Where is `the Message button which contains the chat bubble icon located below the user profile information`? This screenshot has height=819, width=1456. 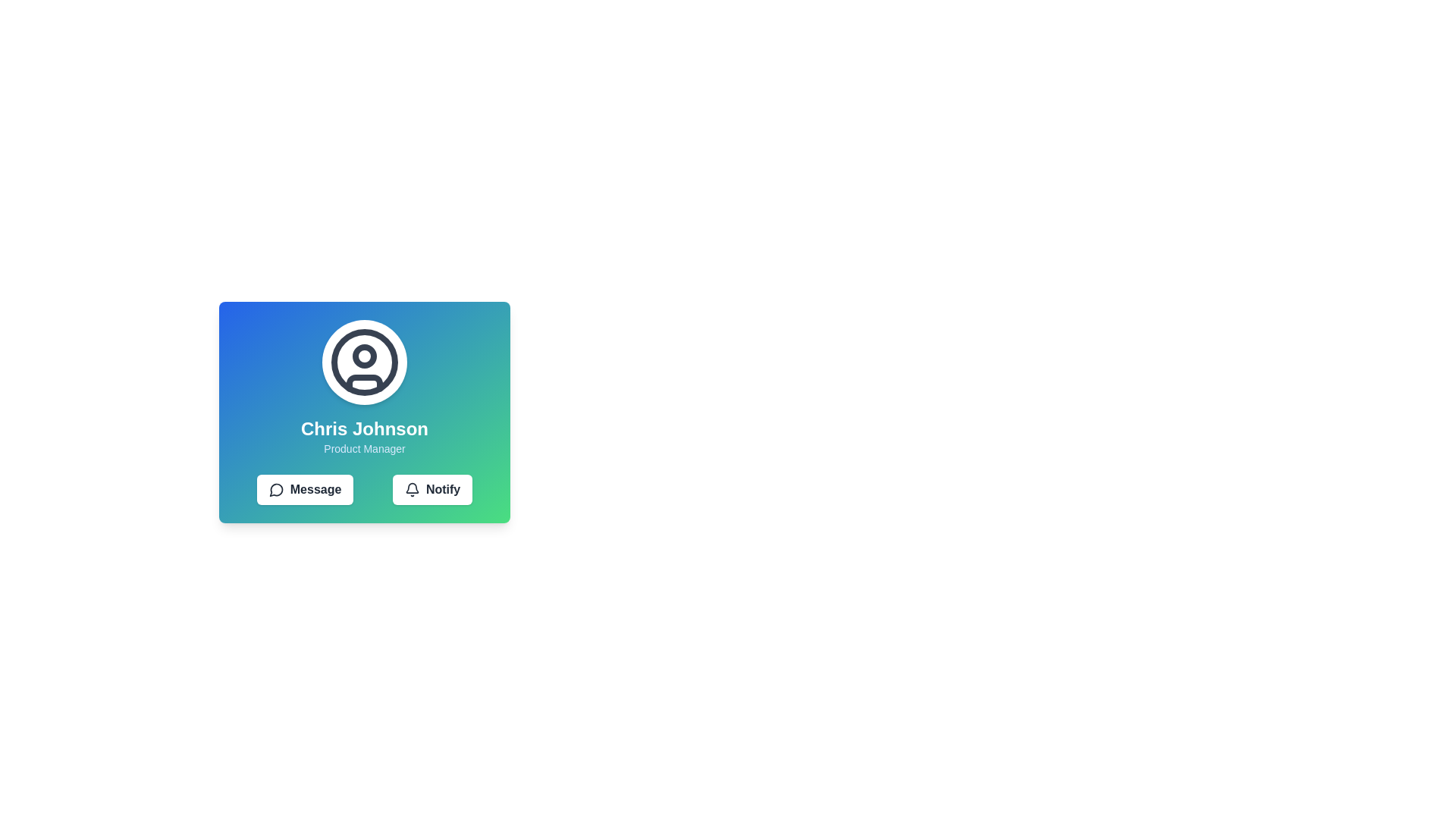 the Message button which contains the chat bubble icon located below the user profile information is located at coordinates (276, 490).